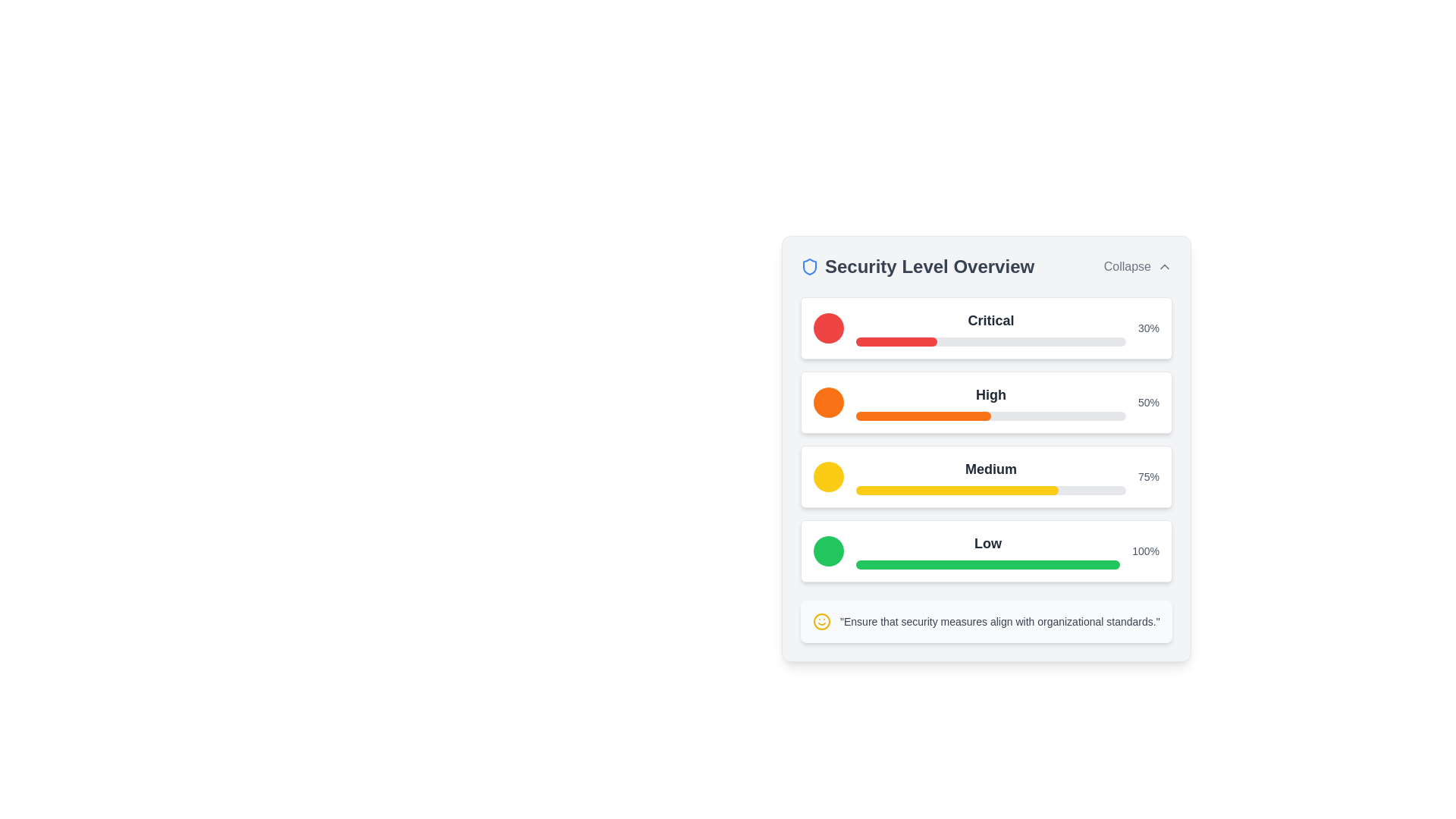 This screenshot has height=819, width=1456. What do you see at coordinates (821, 622) in the screenshot?
I see `the outer circular boundary of the smiley face icon, which is a yellow circle with a black border, preceding the text 'Ensure that security measures align with organizational standards.'` at bounding box center [821, 622].